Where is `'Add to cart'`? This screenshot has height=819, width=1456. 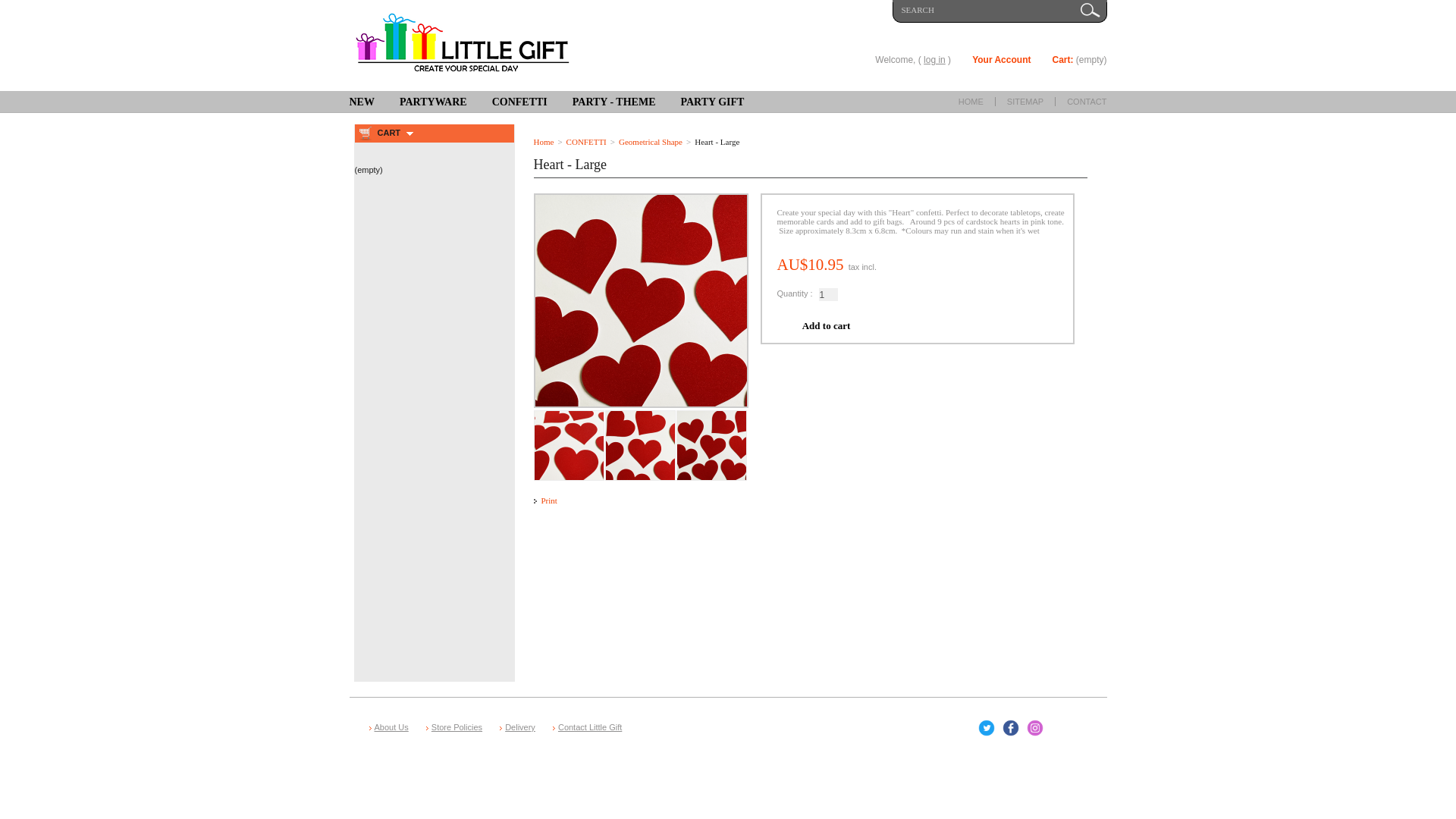 'Add to cart' is located at coordinates (825, 325).